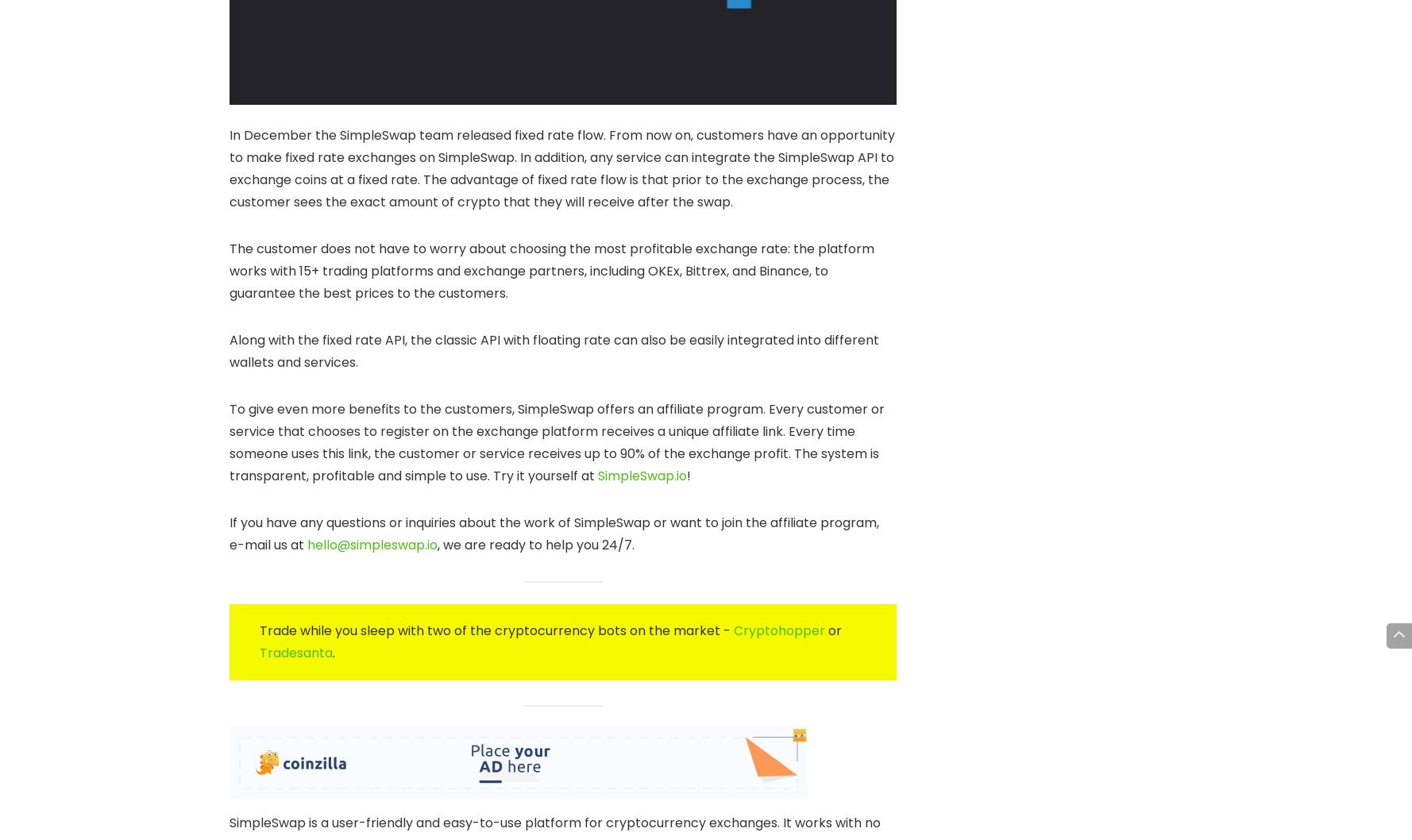  Describe the element at coordinates (778, 630) in the screenshot. I see `'Cryptohopper'` at that location.